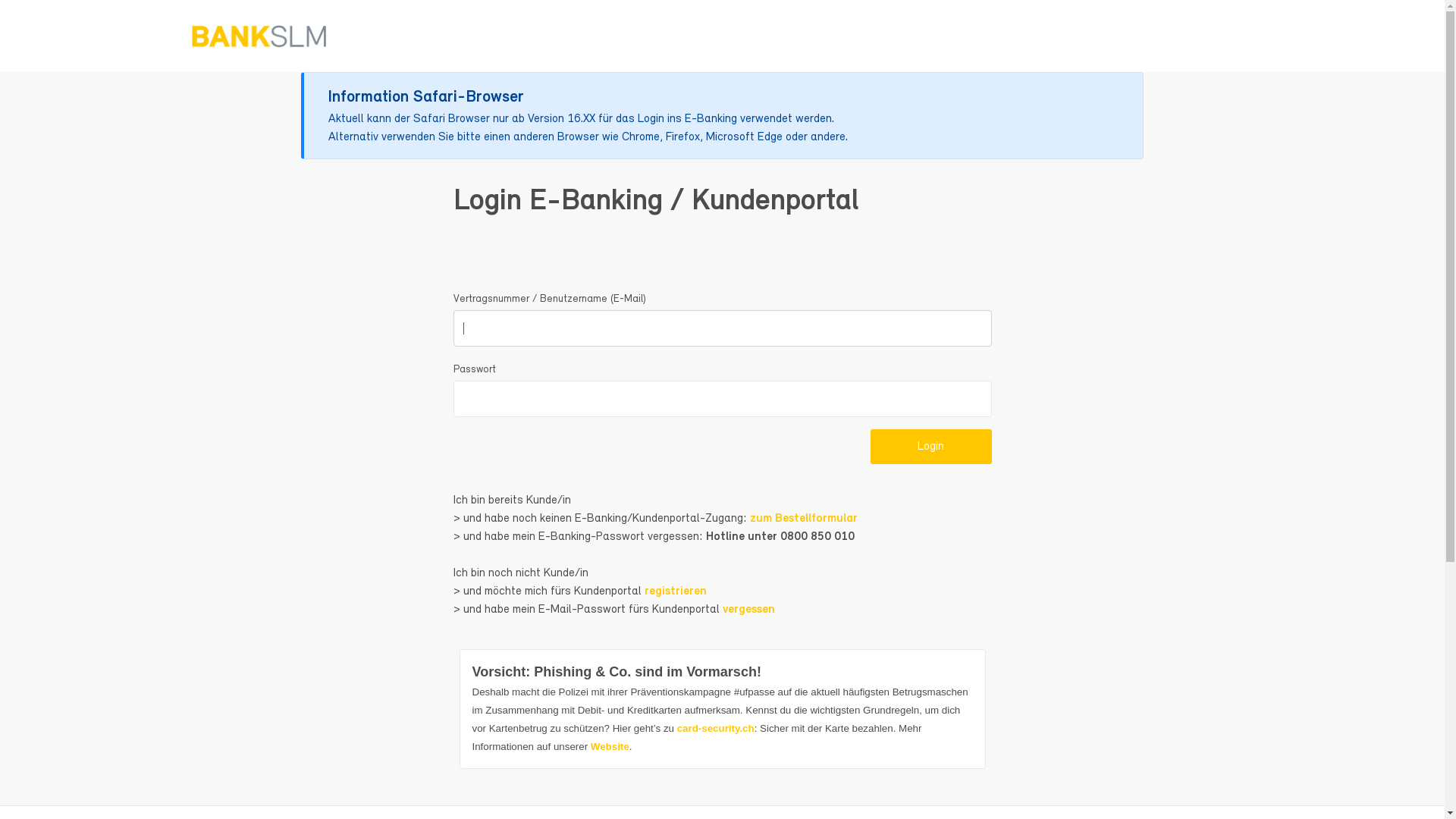  Describe the element at coordinates (675, 590) in the screenshot. I see `'registrieren'` at that location.